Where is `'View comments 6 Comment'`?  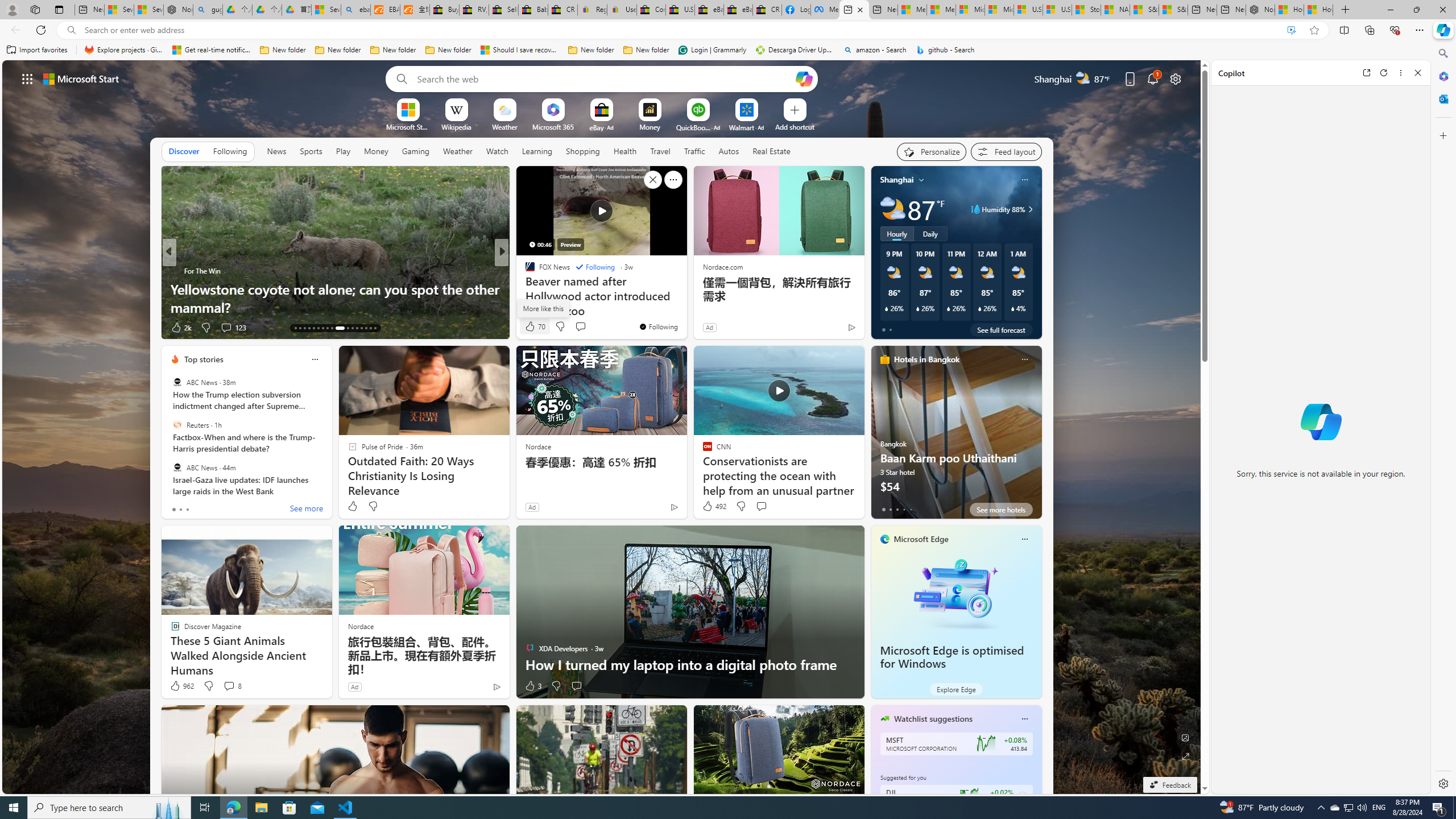 'View comments 6 Comment' is located at coordinates (576, 326).